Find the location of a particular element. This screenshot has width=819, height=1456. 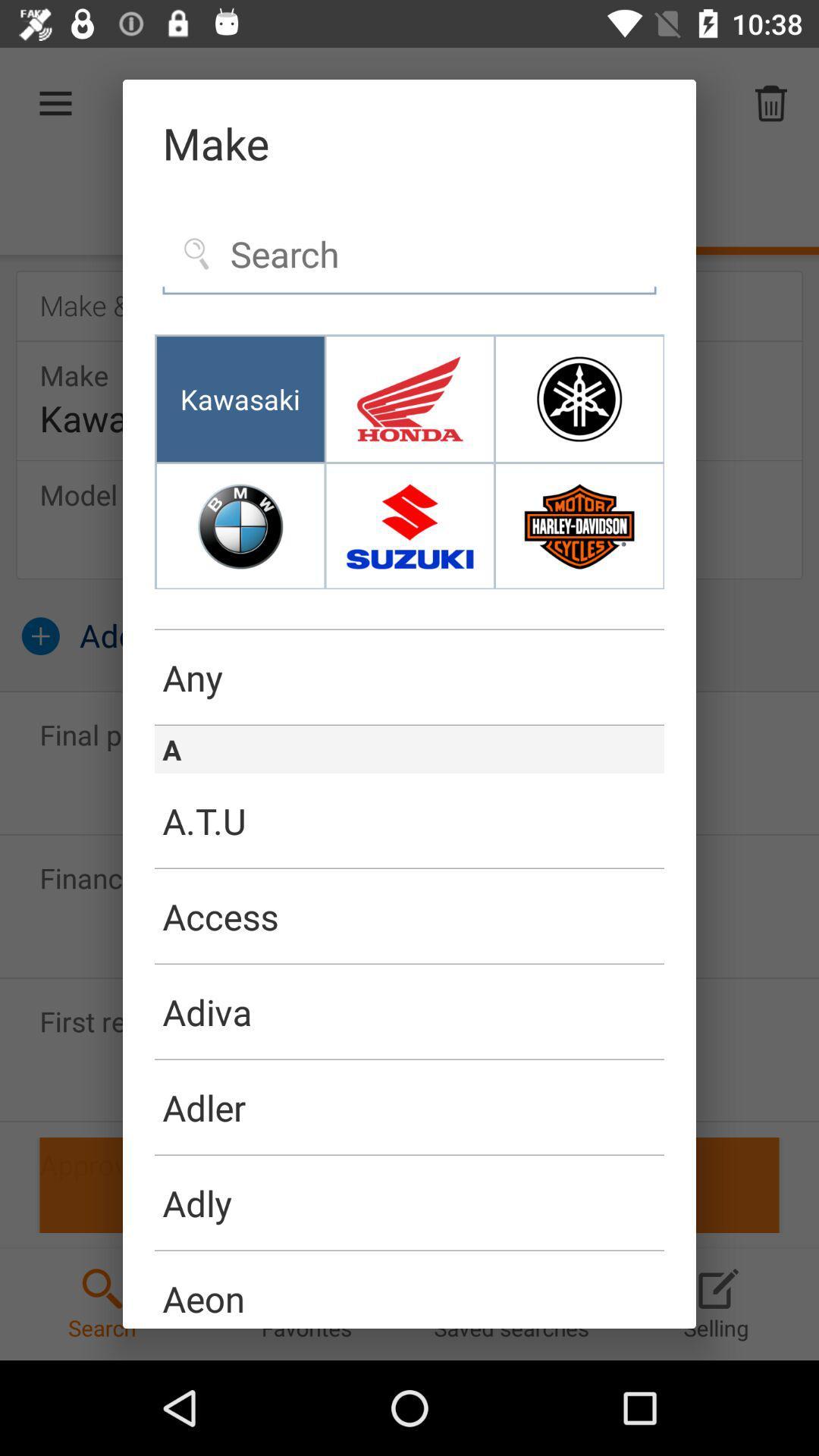

the icon below adler item is located at coordinates (409, 1154).